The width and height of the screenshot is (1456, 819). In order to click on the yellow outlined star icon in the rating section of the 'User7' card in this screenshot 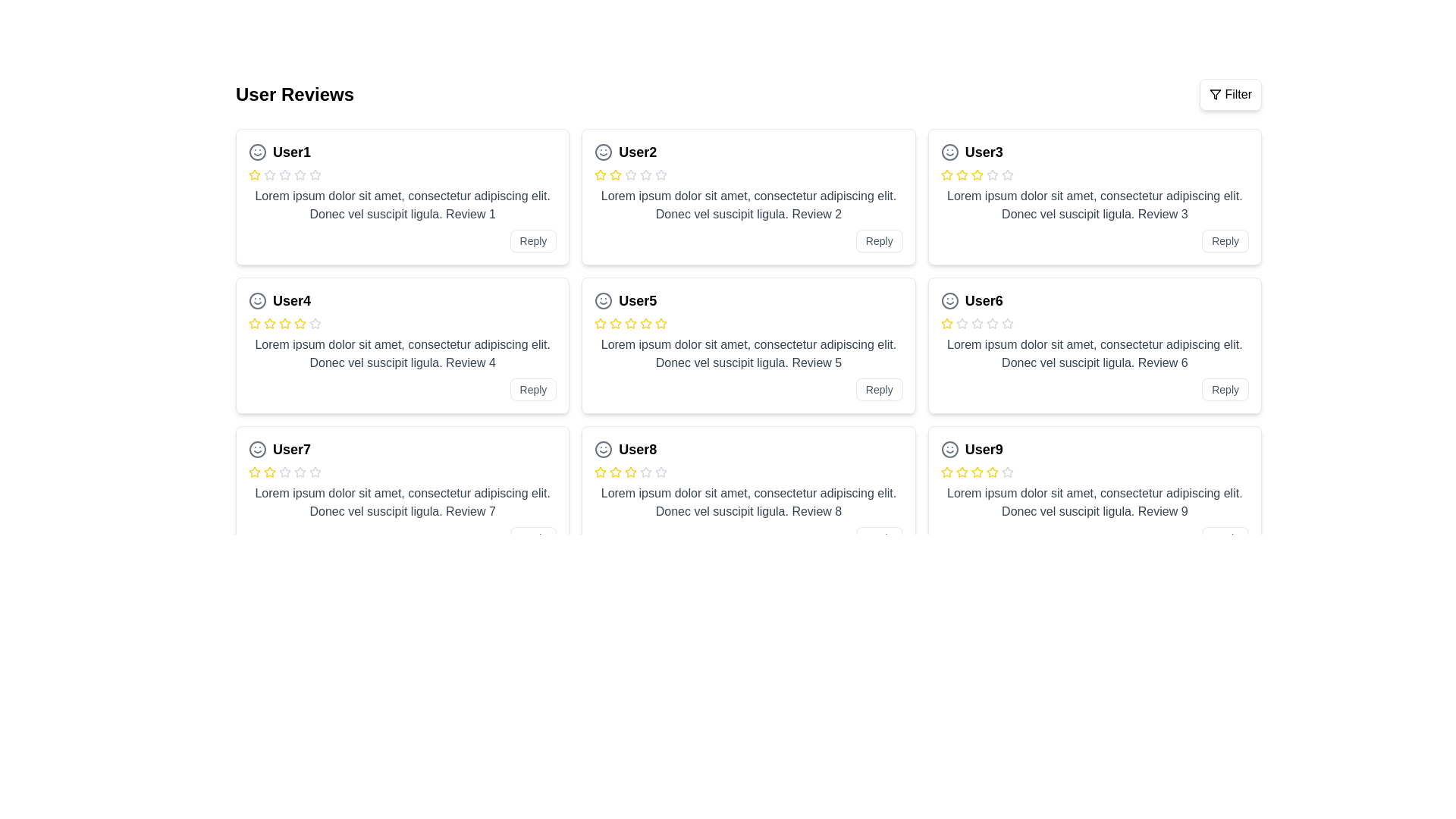, I will do `click(255, 472)`.